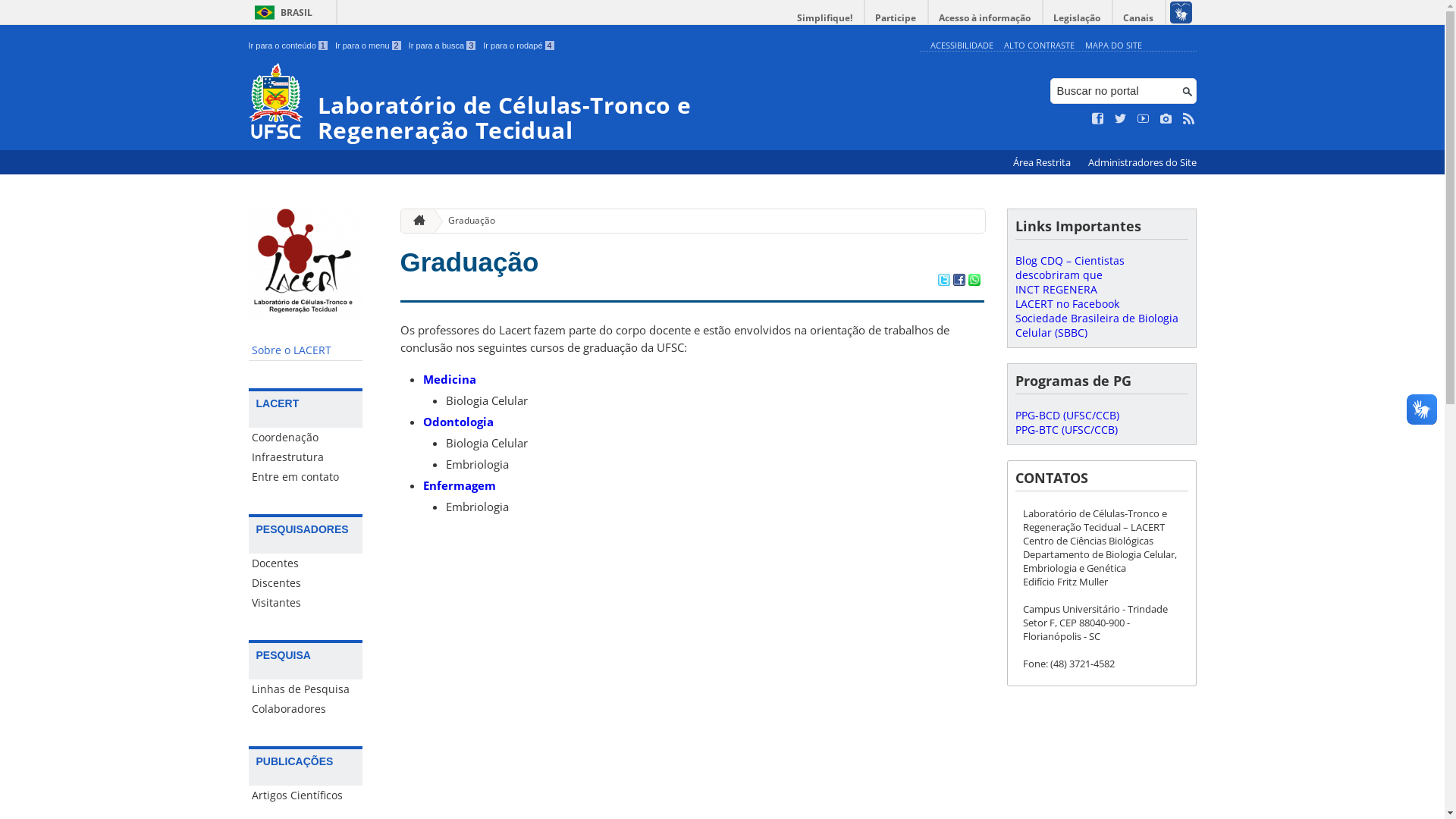 This screenshot has width=1456, height=819. Describe the element at coordinates (1038, 44) in the screenshot. I see `'ALTO CONTRASTE'` at that location.